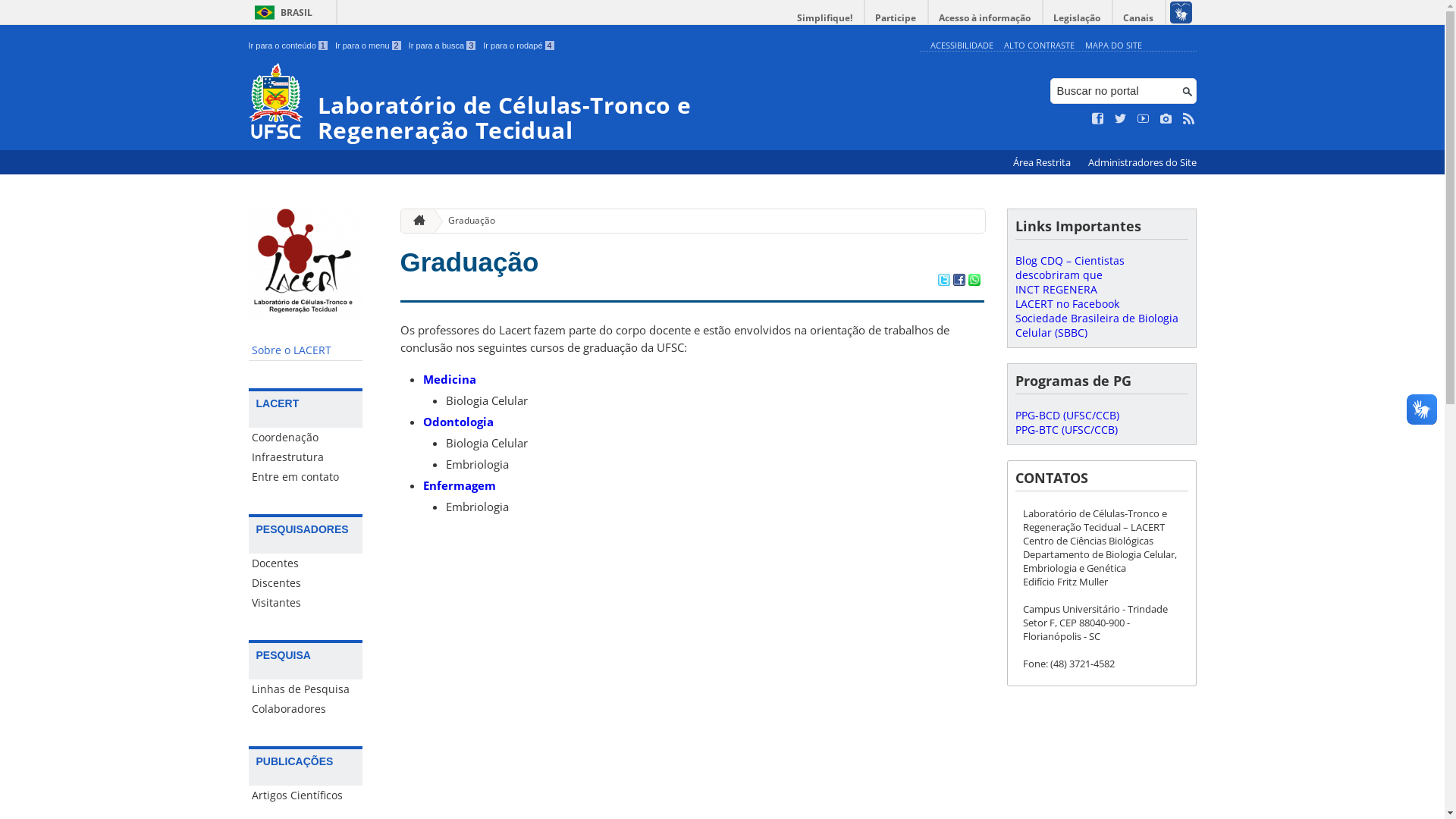 This screenshot has width=1456, height=819. Describe the element at coordinates (1038, 44) in the screenshot. I see `'ALTO CONTRASTE'` at that location.